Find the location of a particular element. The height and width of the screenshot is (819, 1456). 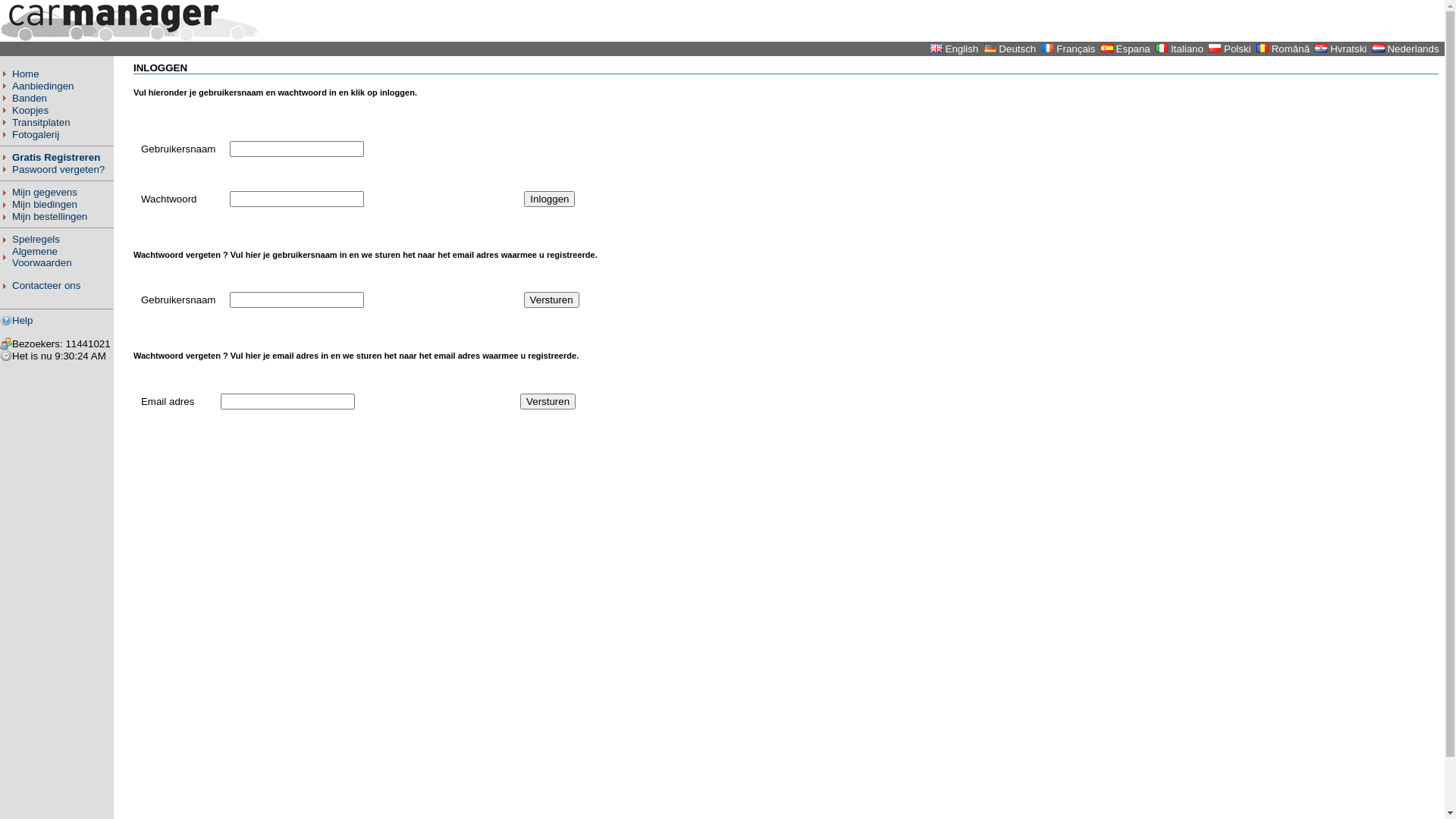

'Spelregels' is located at coordinates (36, 239).